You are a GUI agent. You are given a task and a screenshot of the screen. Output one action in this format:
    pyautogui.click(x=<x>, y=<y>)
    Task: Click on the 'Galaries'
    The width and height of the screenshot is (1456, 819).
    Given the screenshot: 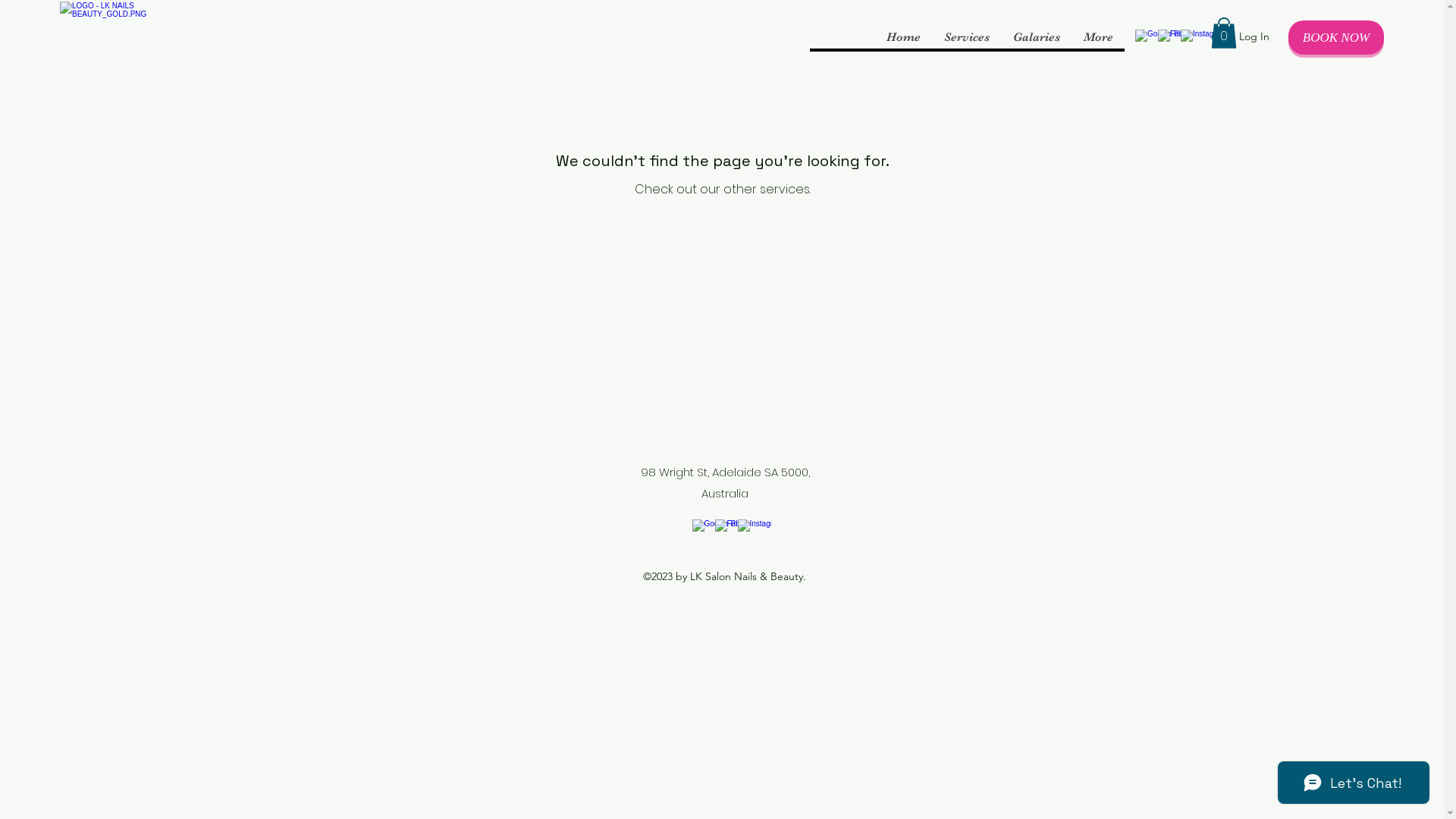 What is the action you would take?
    pyautogui.click(x=1035, y=36)
    